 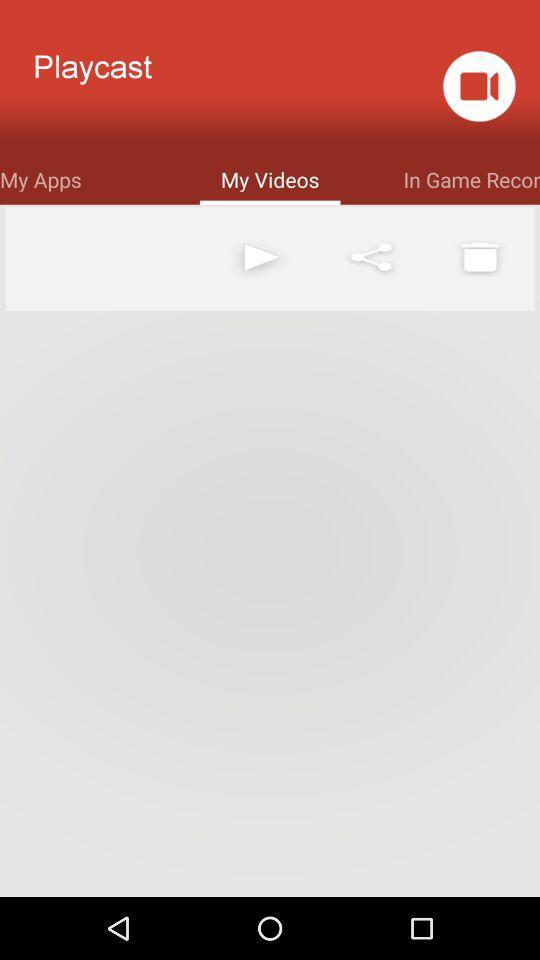 What do you see at coordinates (478, 92) in the screenshot?
I see `the videocam icon` at bounding box center [478, 92].